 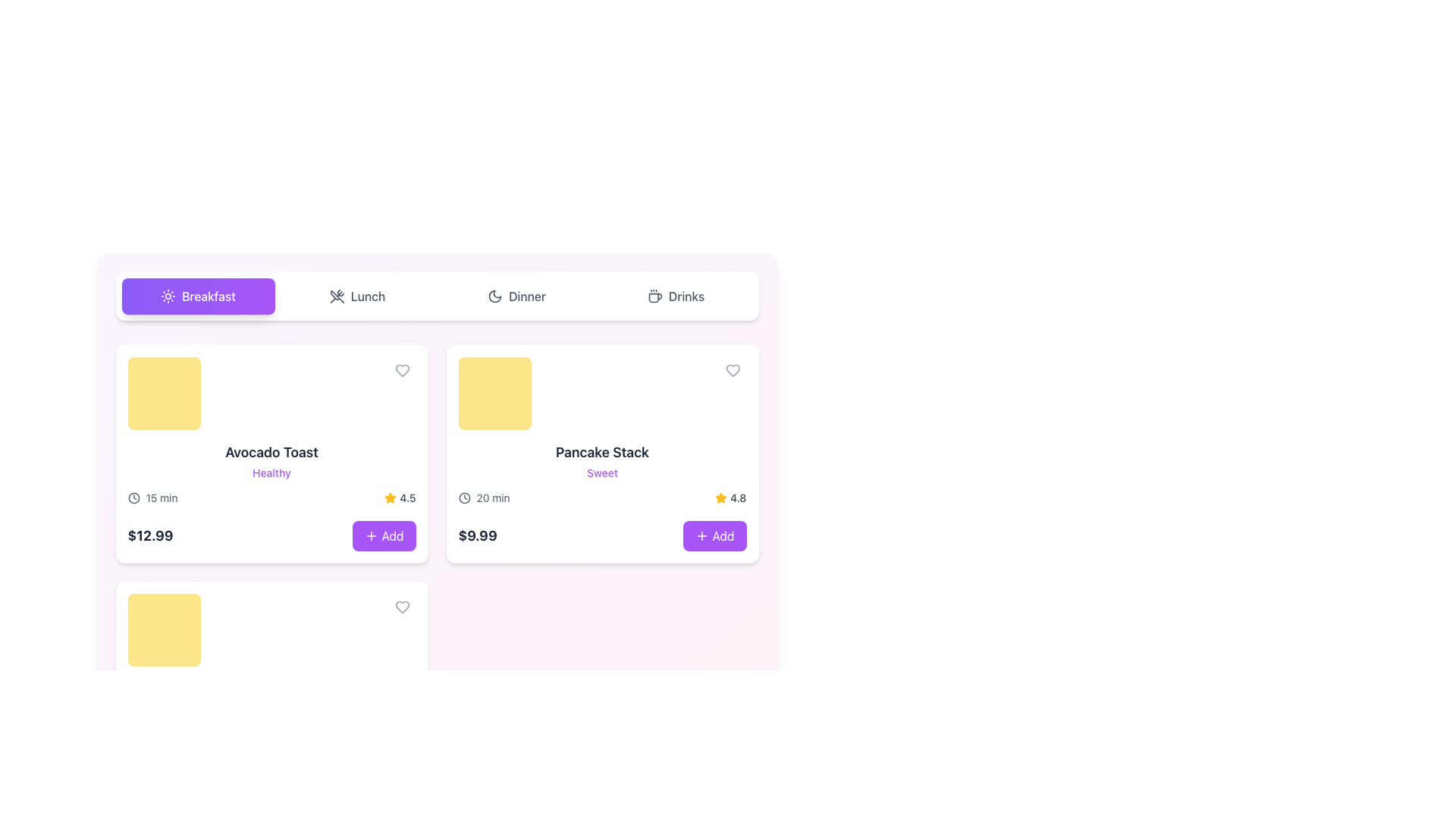 I want to click on the 'Drinks' button, which is styled with gray text and shows a cup icon, so click(x=675, y=296).